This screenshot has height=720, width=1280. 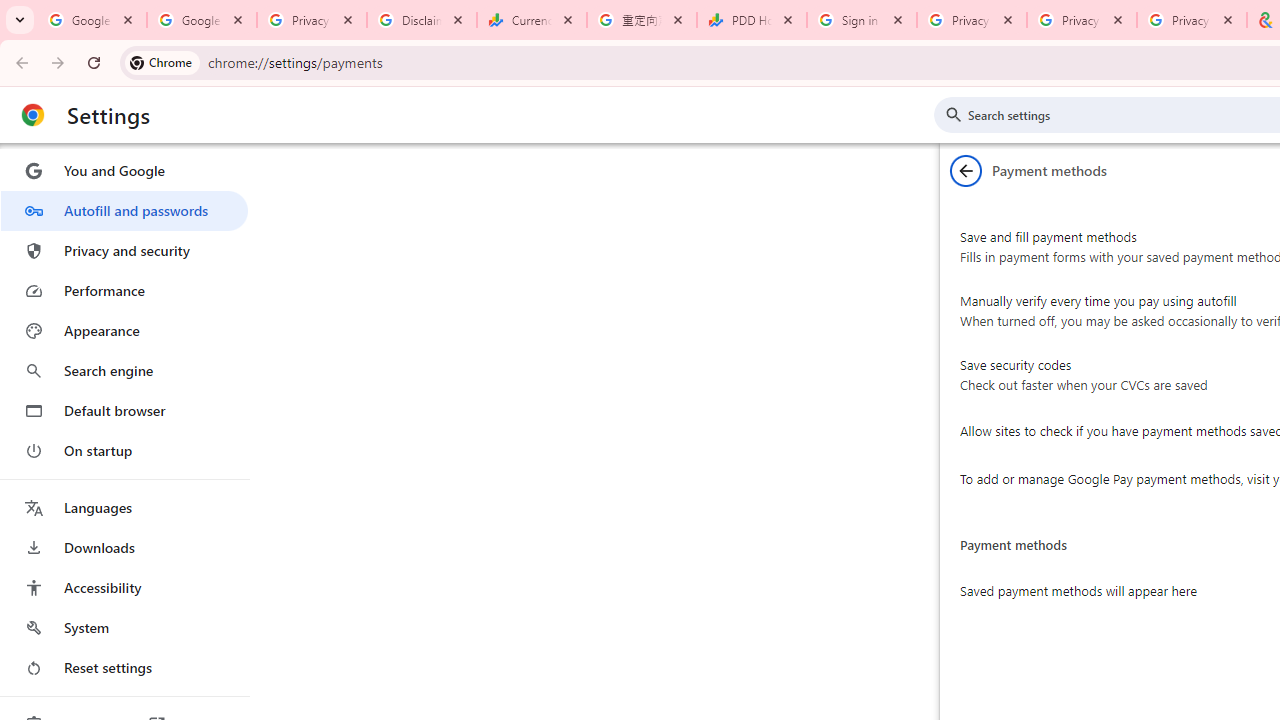 What do you see at coordinates (123, 410) in the screenshot?
I see `'Default browser'` at bounding box center [123, 410].